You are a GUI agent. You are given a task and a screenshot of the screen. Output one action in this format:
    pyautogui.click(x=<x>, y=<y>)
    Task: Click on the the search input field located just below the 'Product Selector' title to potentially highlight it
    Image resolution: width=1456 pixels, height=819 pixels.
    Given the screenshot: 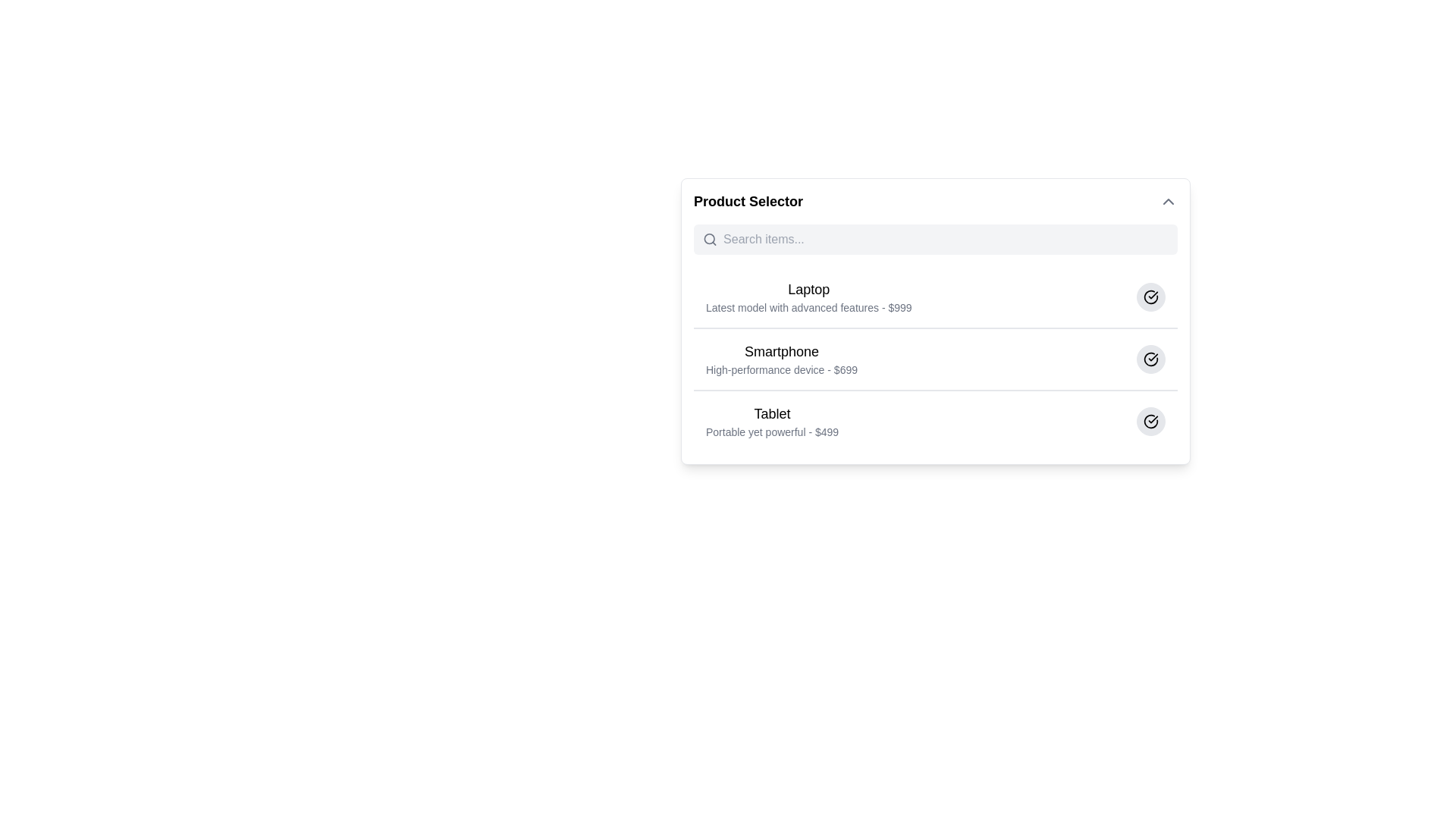 What is the action you would take?
    pyautogui.click(x=934, y=239)
    